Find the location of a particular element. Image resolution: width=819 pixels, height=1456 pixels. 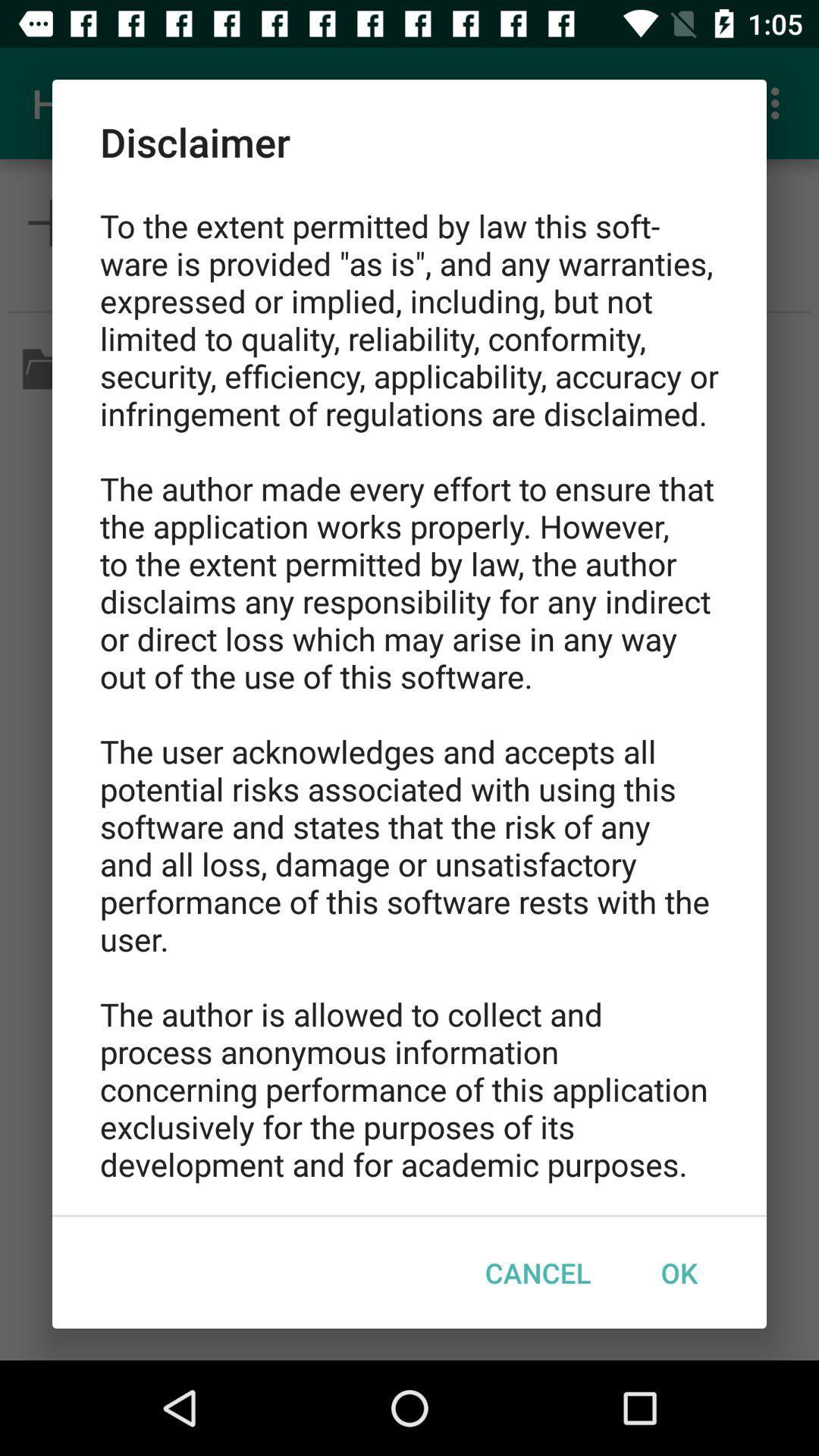

ok icon is located at coordinates (678, 1272).